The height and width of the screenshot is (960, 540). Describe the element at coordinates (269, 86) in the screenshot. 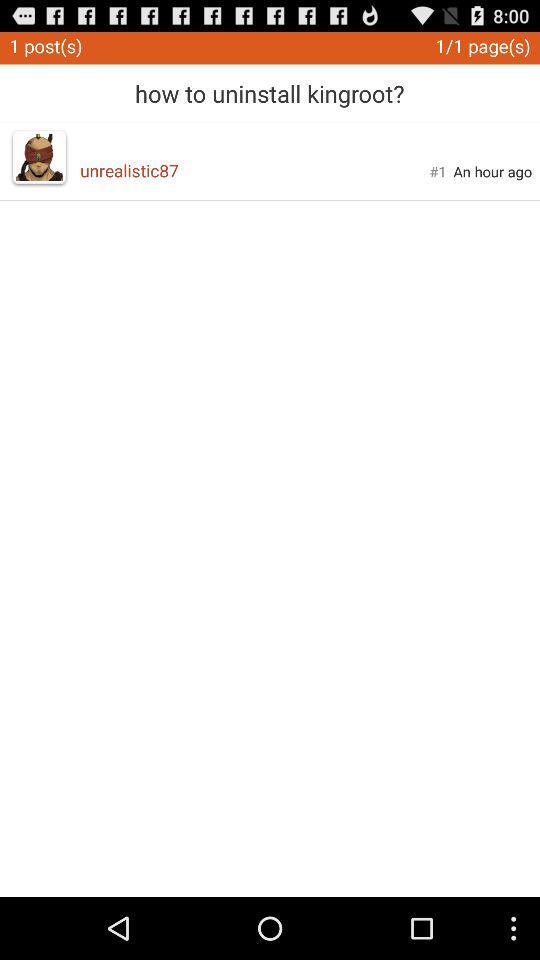

I see `the app to the left of the 1 1 page` at that location.